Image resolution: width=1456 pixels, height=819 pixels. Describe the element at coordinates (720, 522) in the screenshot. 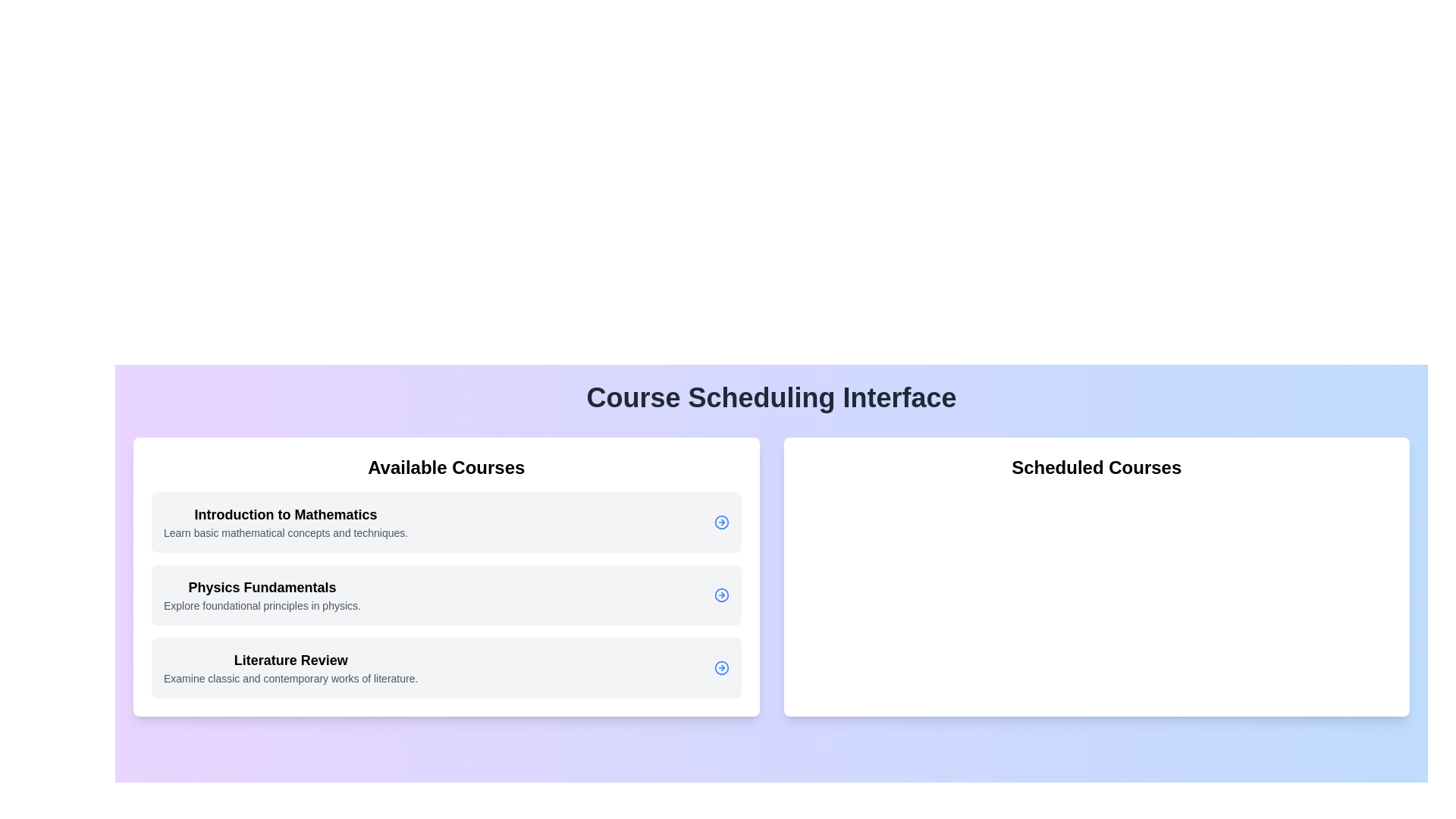

I see `the circular arrow icon pointing right, which is a blue-outlined circle located at the top-right corner of the 'Introduction to Mathematics' course card` at that location.